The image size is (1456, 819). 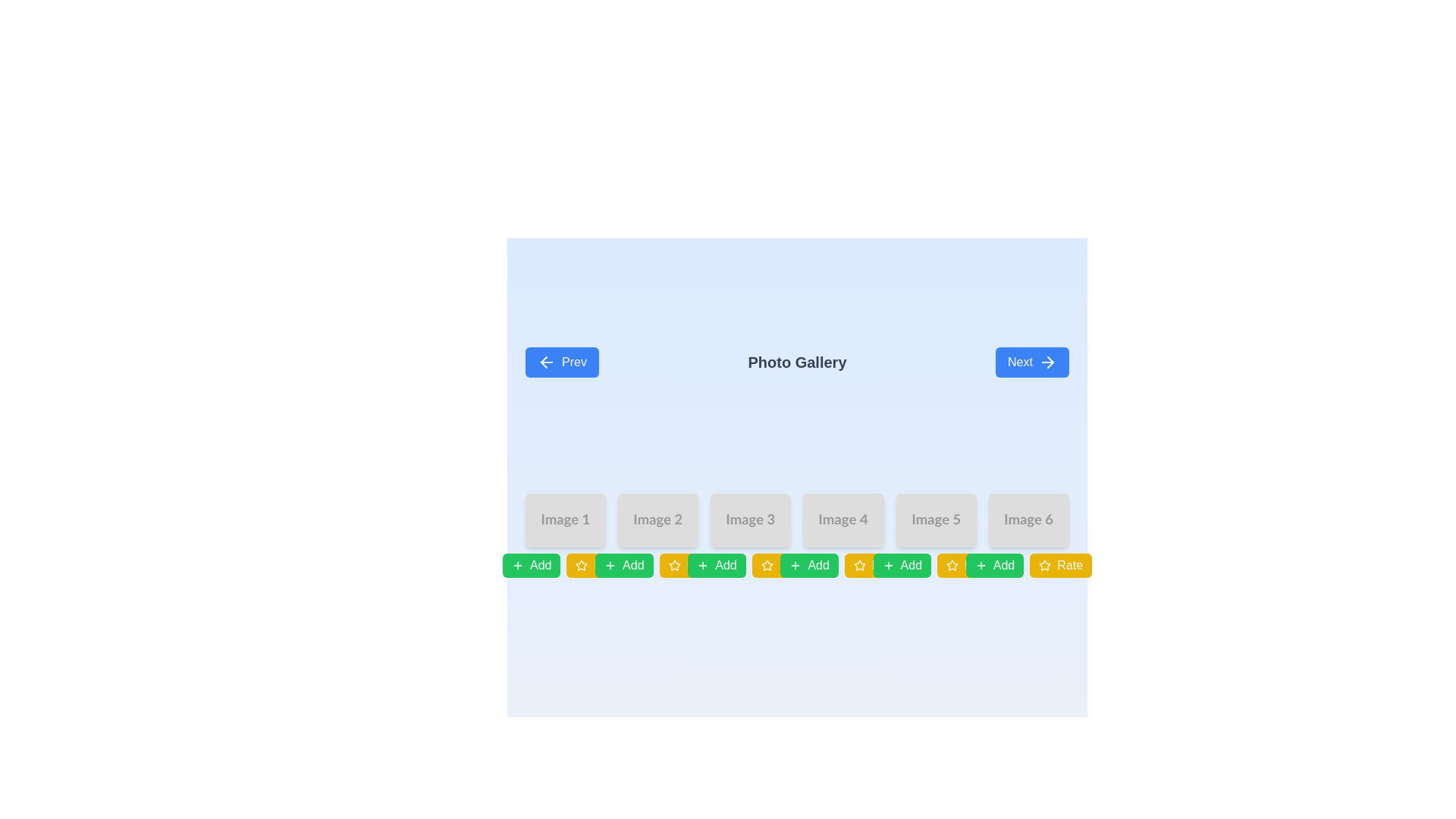 I want to click on the second image in the gallery, so click(x=658, y=519).